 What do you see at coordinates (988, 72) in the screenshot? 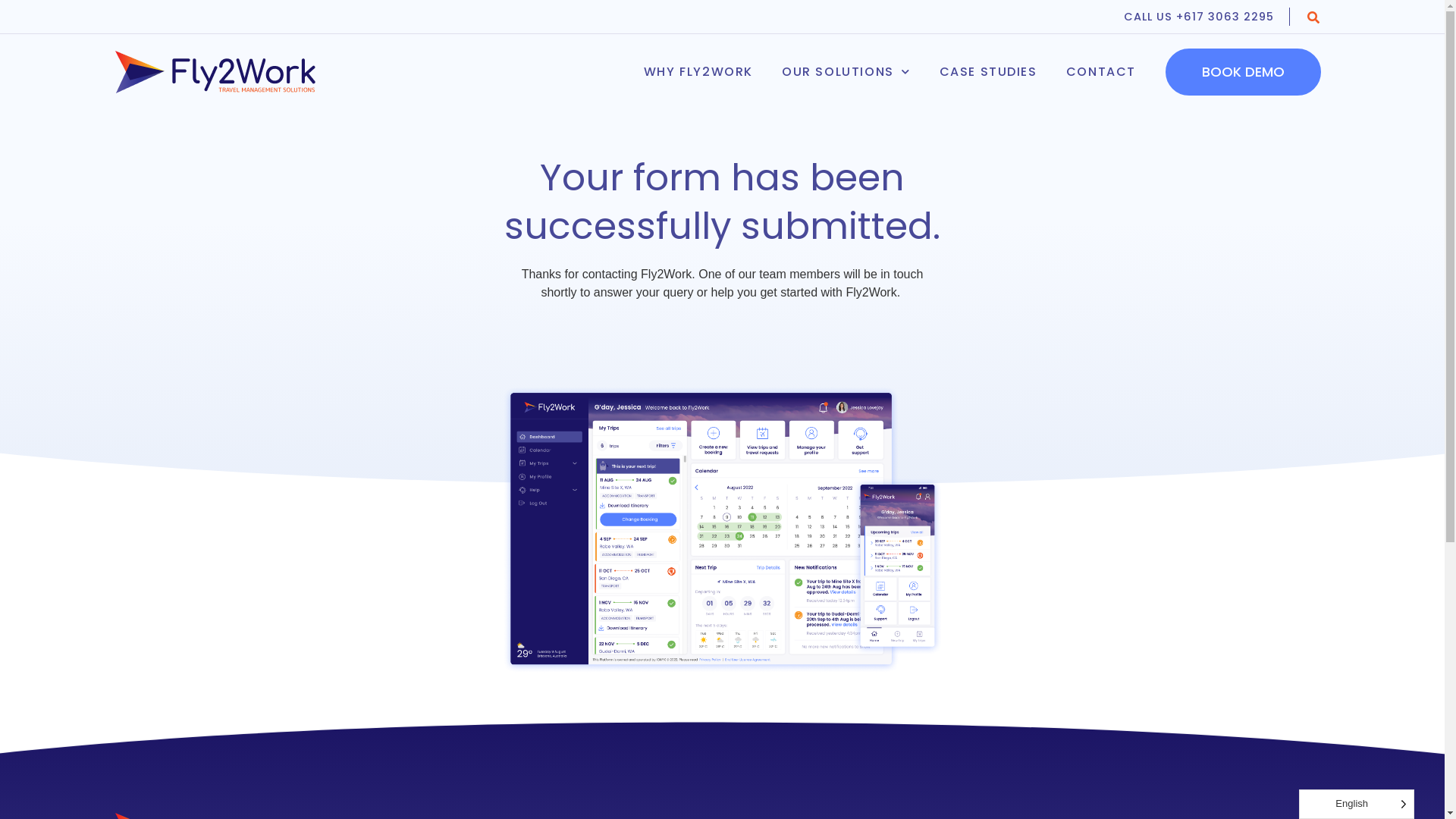
I see `'CASE STUDIES'` at bounding box center [988, 72].